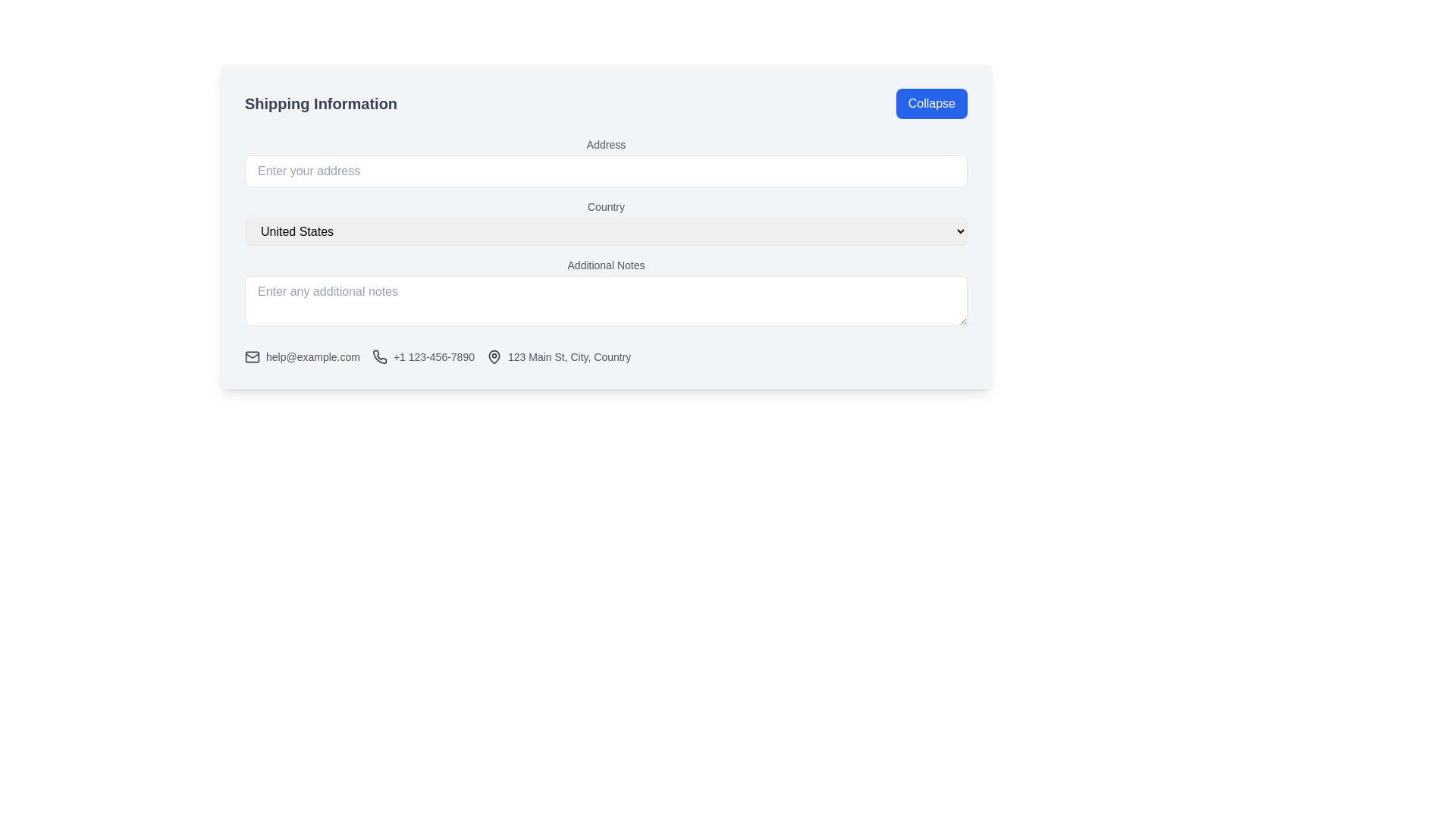  Describe the element at coordinates (558, 356) in the screenshot. I see `the address text-label element, which is the third item in the row of contact information on the card` at that location.